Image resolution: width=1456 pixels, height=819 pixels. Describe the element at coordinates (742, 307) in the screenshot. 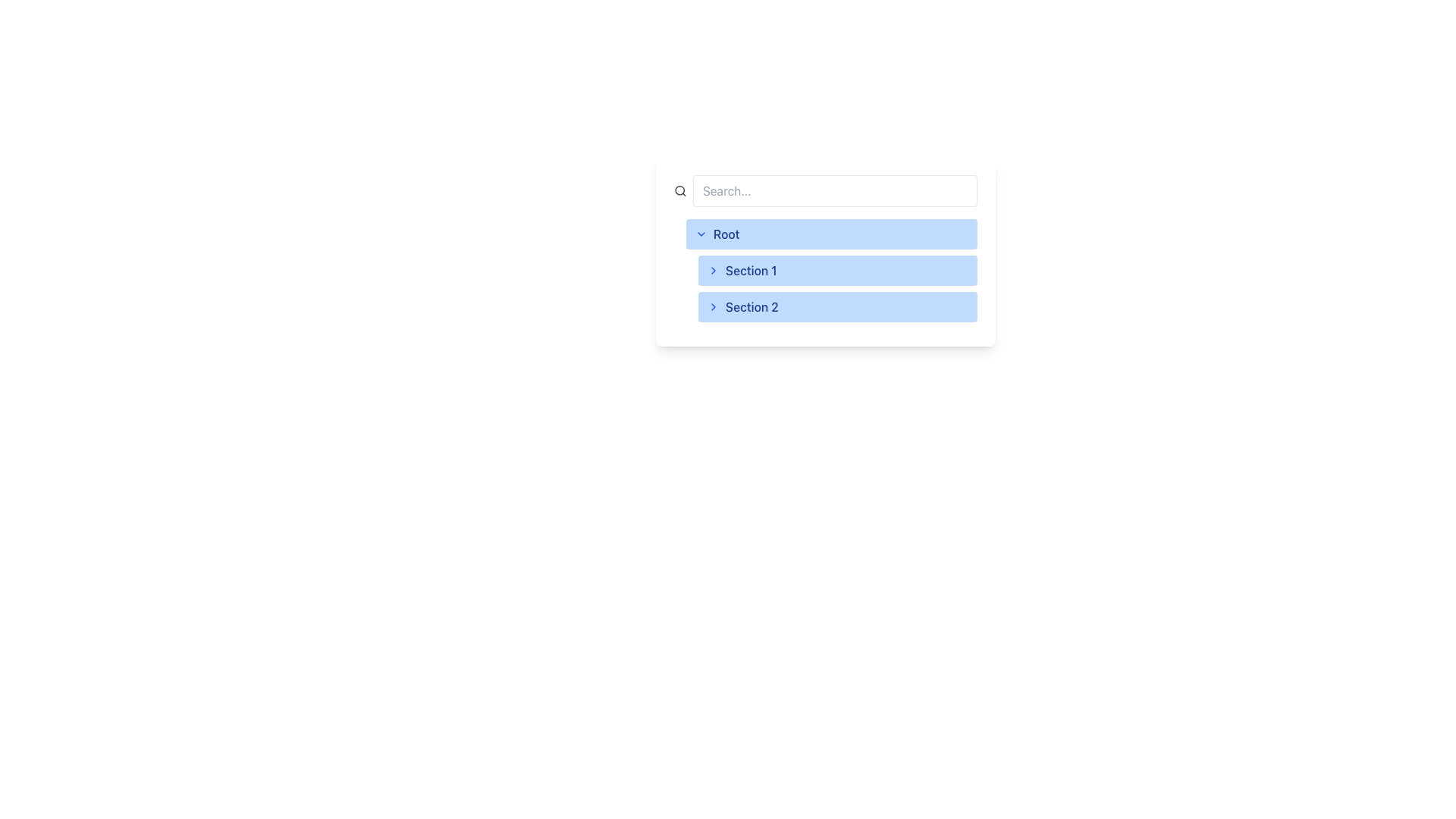

I see `on the text label for 'Section 2' which is located below 'Section 1' in a vertically stacked list of collapsible sections` at that location.